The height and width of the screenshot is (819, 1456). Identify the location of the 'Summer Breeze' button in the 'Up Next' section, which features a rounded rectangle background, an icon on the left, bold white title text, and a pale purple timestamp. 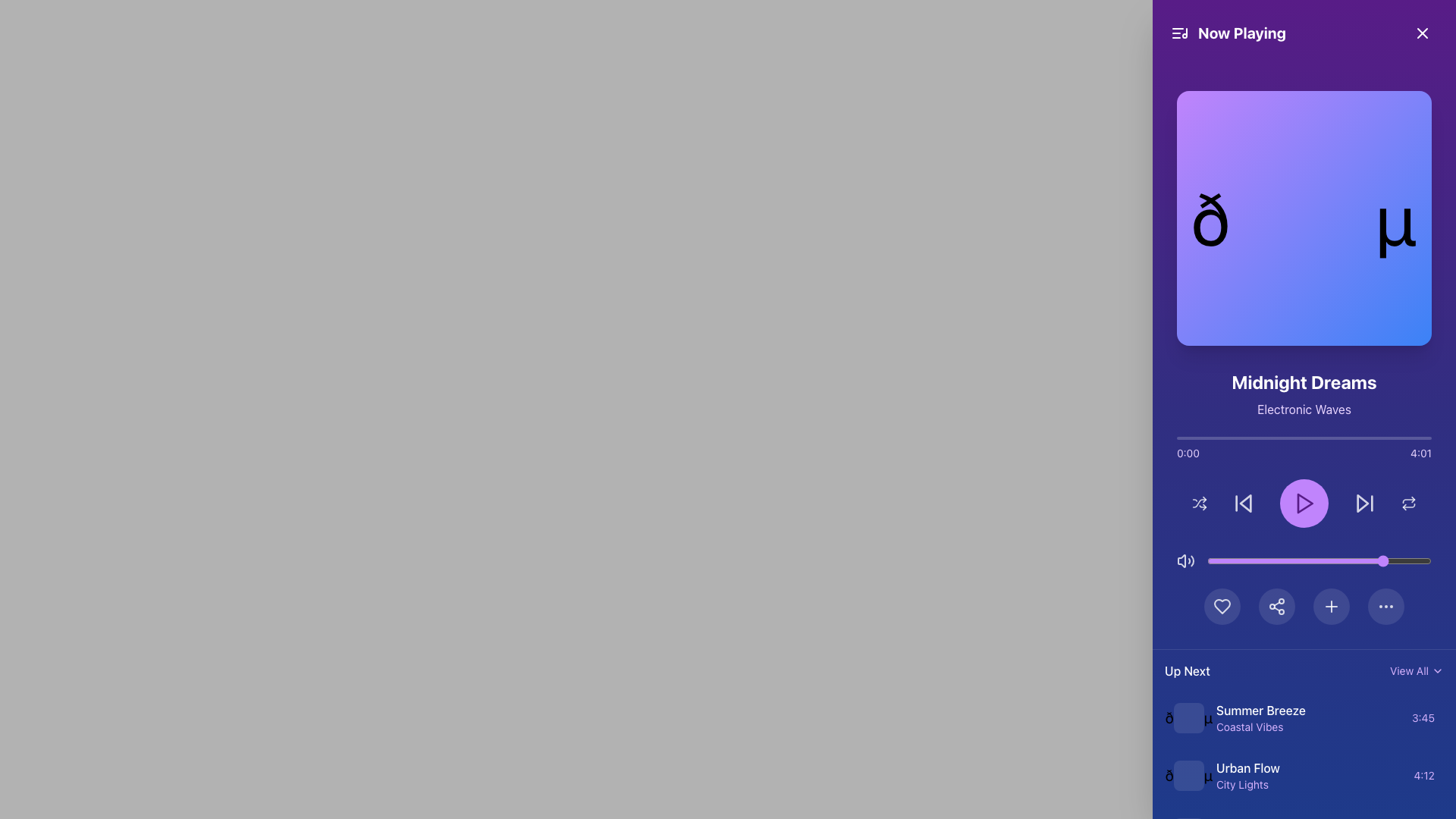
(1303, 717).